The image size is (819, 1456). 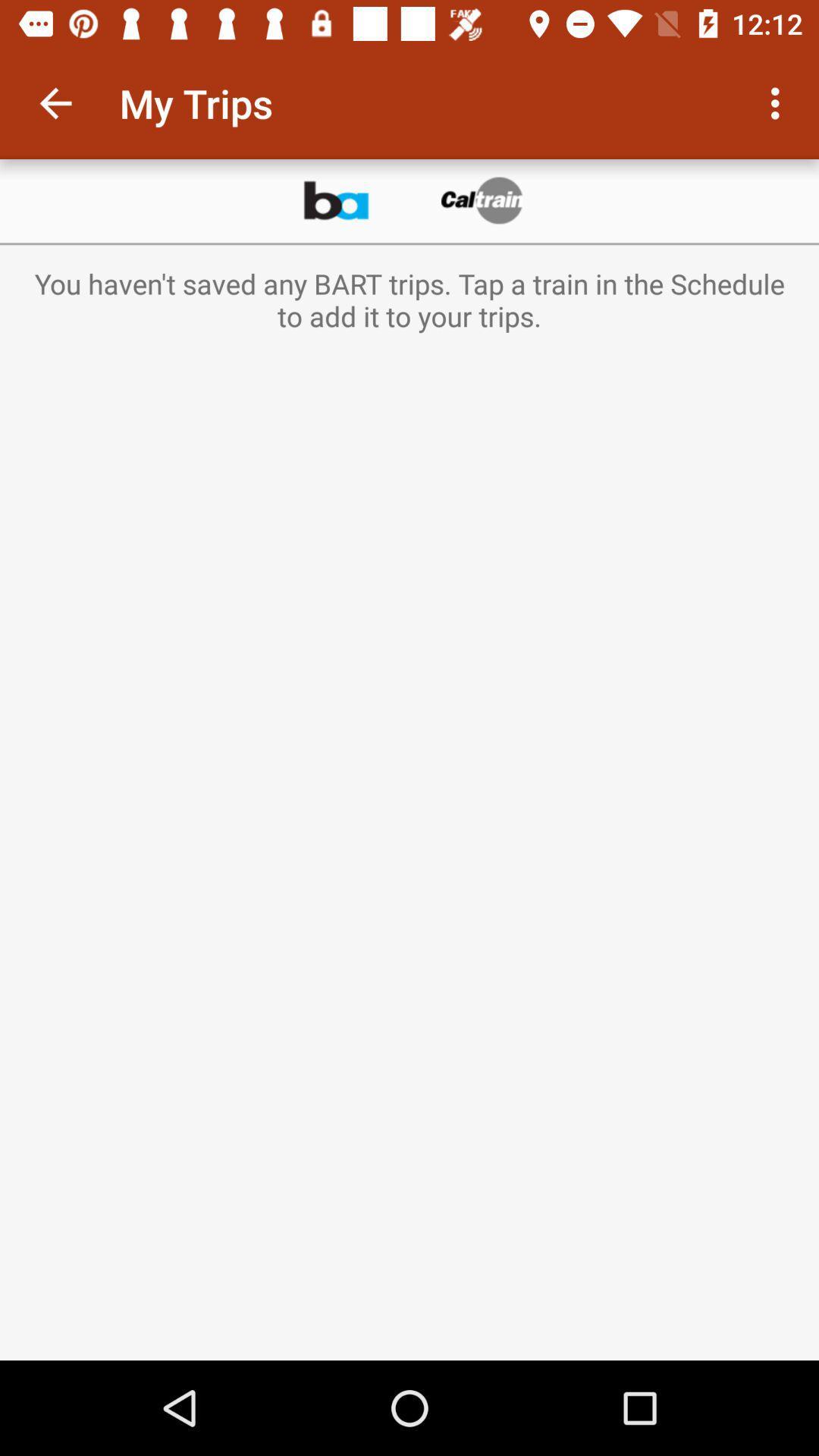 I want to click on activate caltrain, so click(x=483, y=200).